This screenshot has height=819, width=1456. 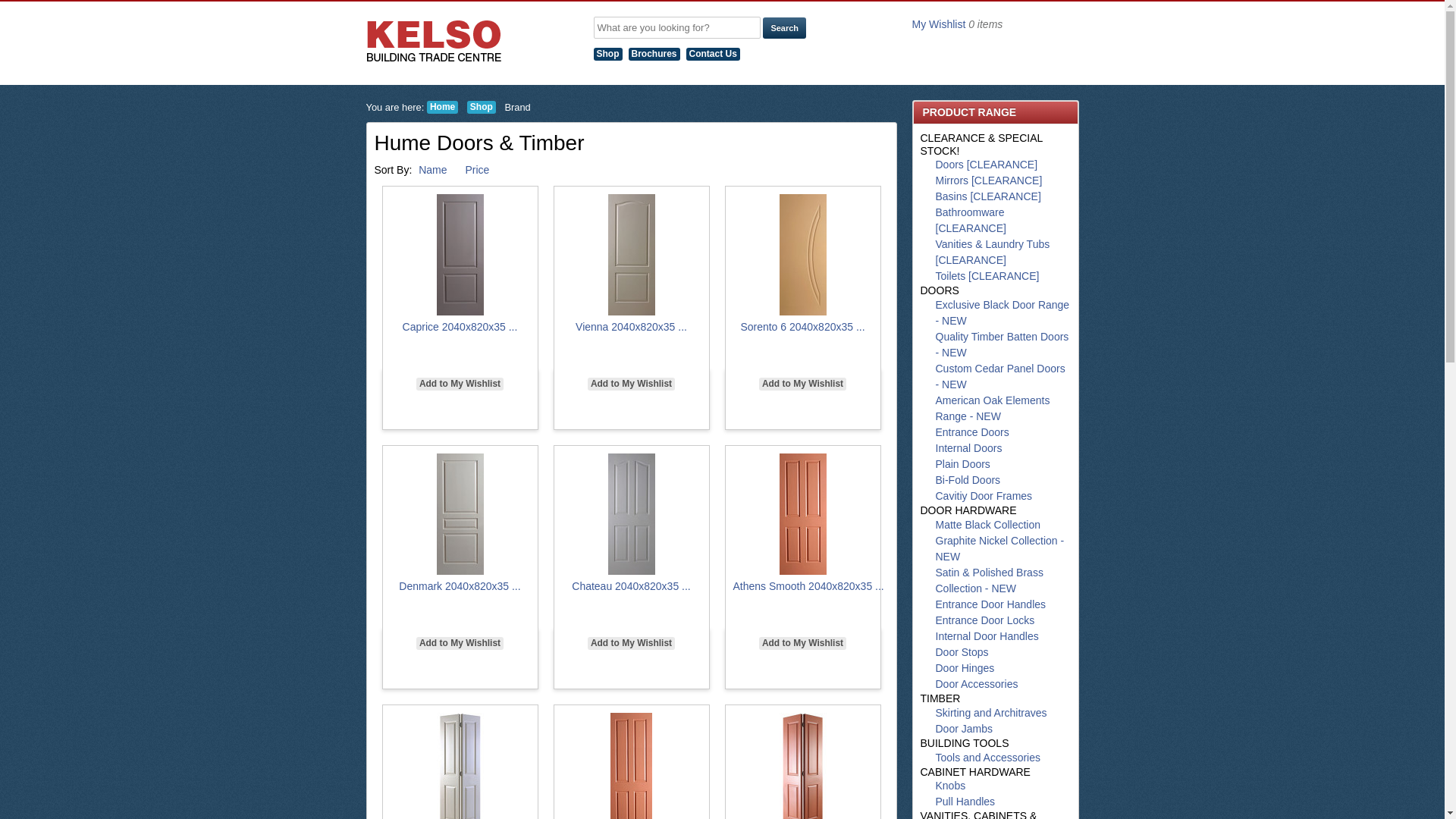 What do you see at coordinates (956, 24) in the screenshot?
I see `'My Wishlist 0 items'` at bounding box center [956, 24].